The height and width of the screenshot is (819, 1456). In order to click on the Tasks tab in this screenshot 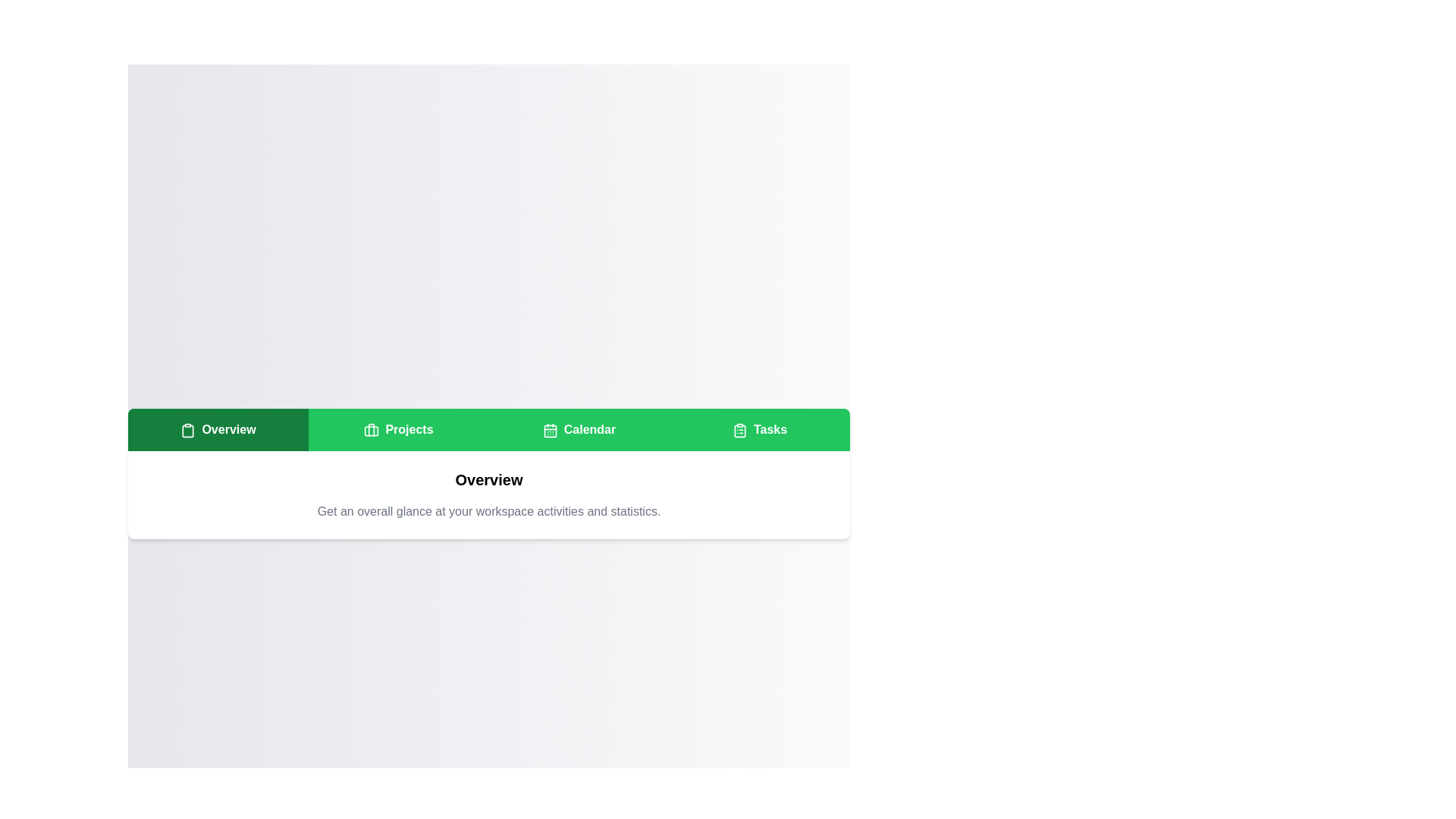, I will do `click(760, 430)`.